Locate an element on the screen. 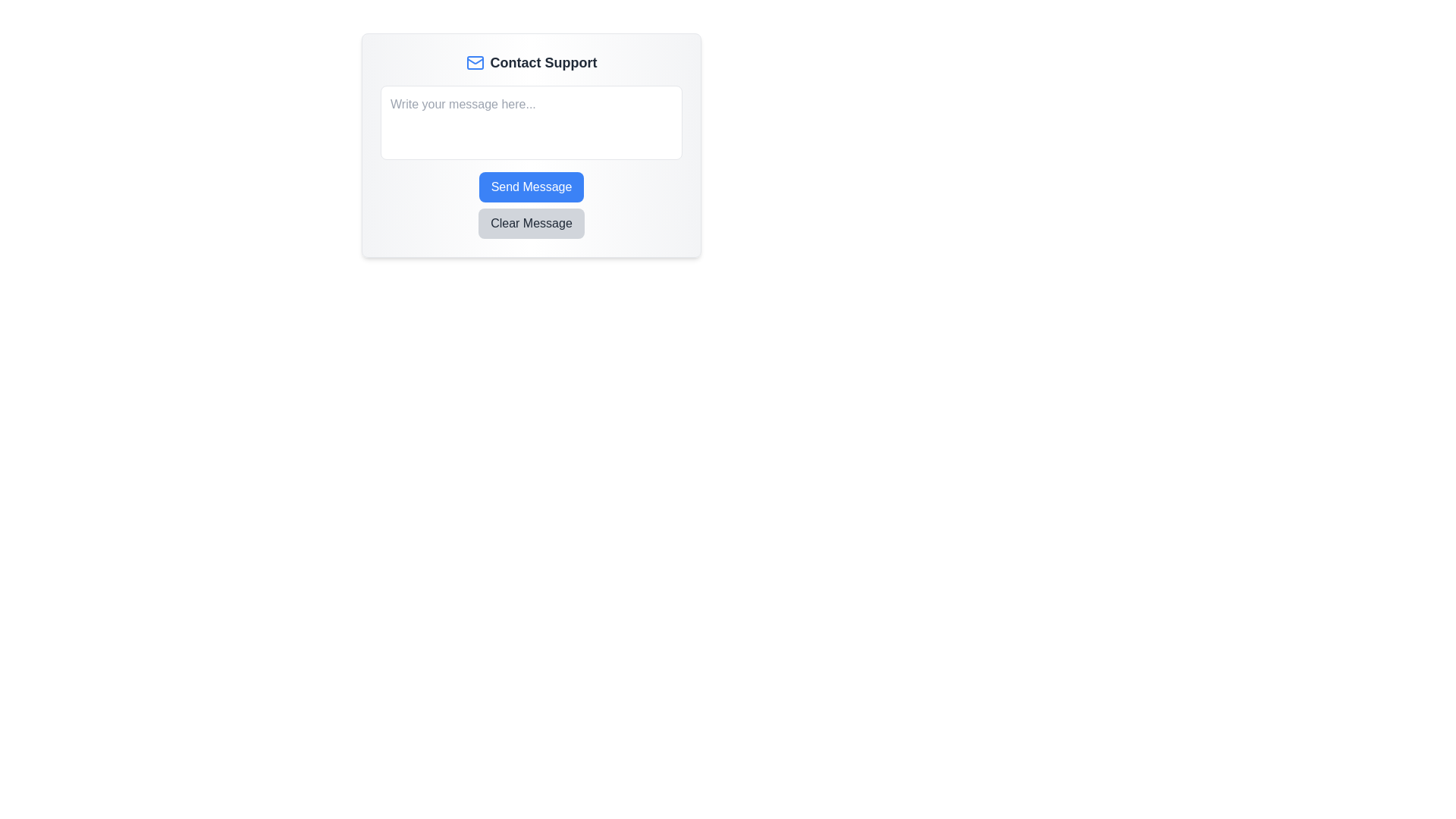 Image resolution: width=1456 pixels, height=819 pixels. the 'Send Message' button located in the middle section of the 'Contact Support' form to view the focus ring effect is located at coordinates (531, 186).